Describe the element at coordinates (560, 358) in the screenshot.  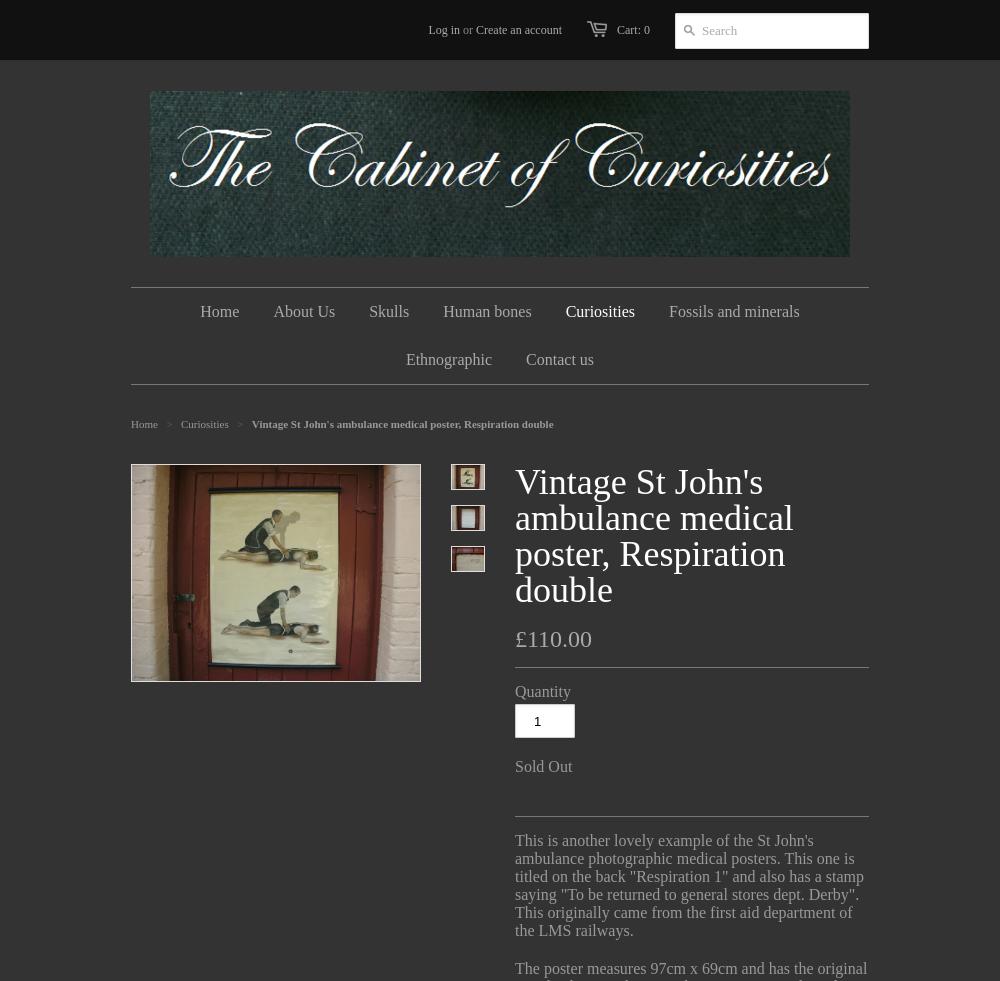
I see `'Contact us'` at that location.